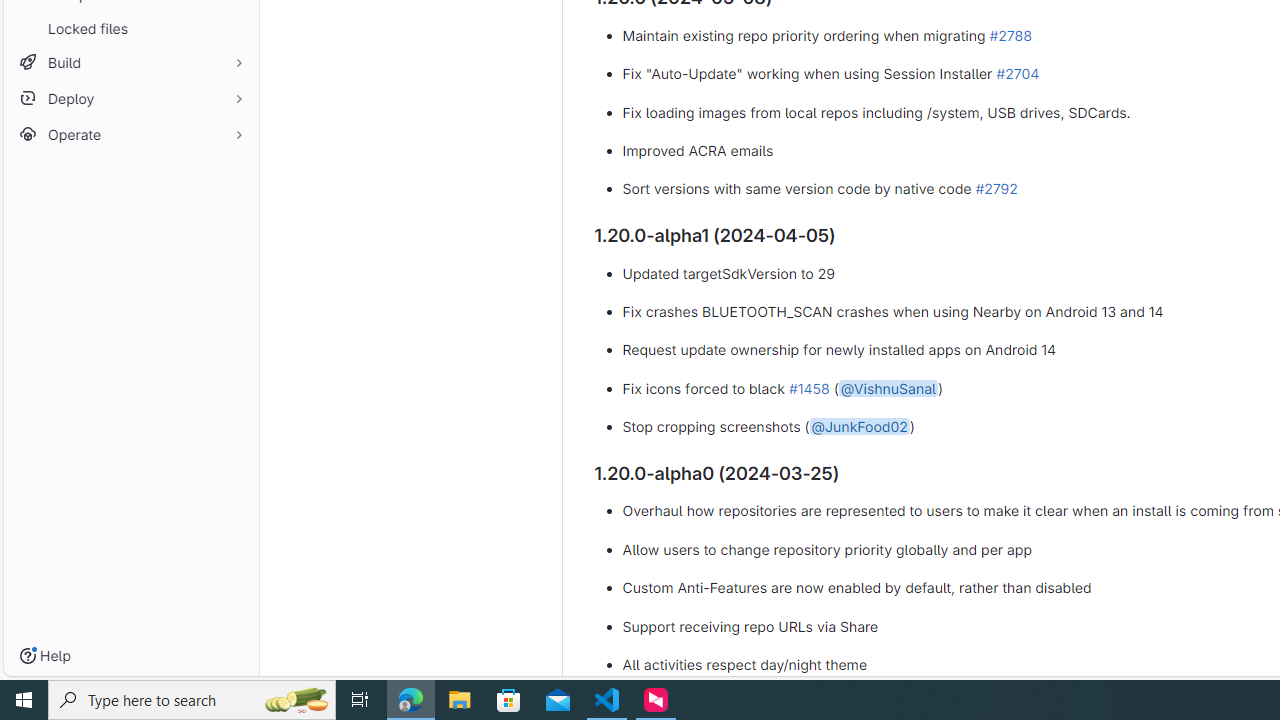  What do you see at coordinates (996, 189) in the screenshot?
I see `'#2792'` at bounding box center [996, 189].